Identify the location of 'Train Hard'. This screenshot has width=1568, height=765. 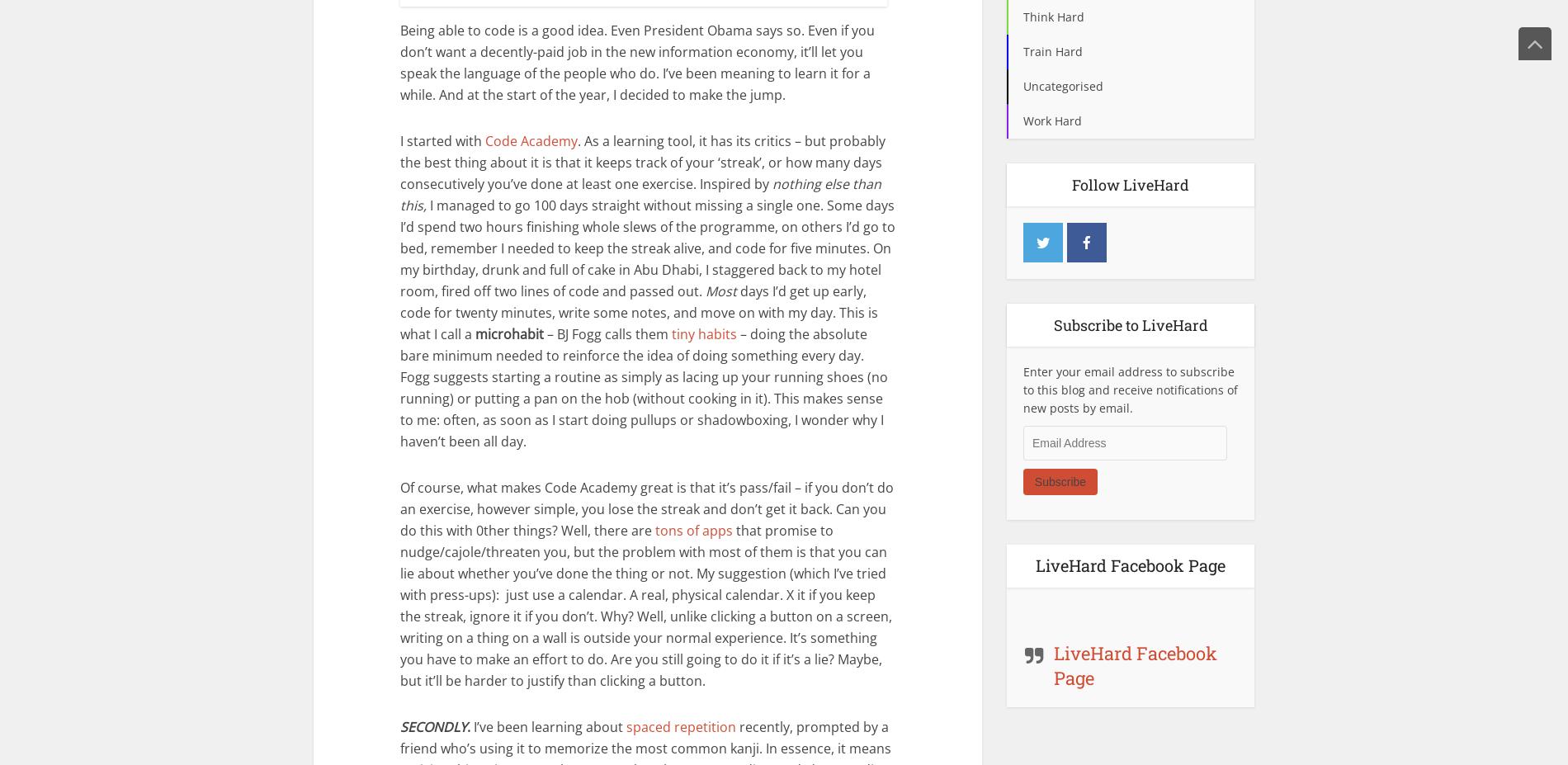
(1022, 50).